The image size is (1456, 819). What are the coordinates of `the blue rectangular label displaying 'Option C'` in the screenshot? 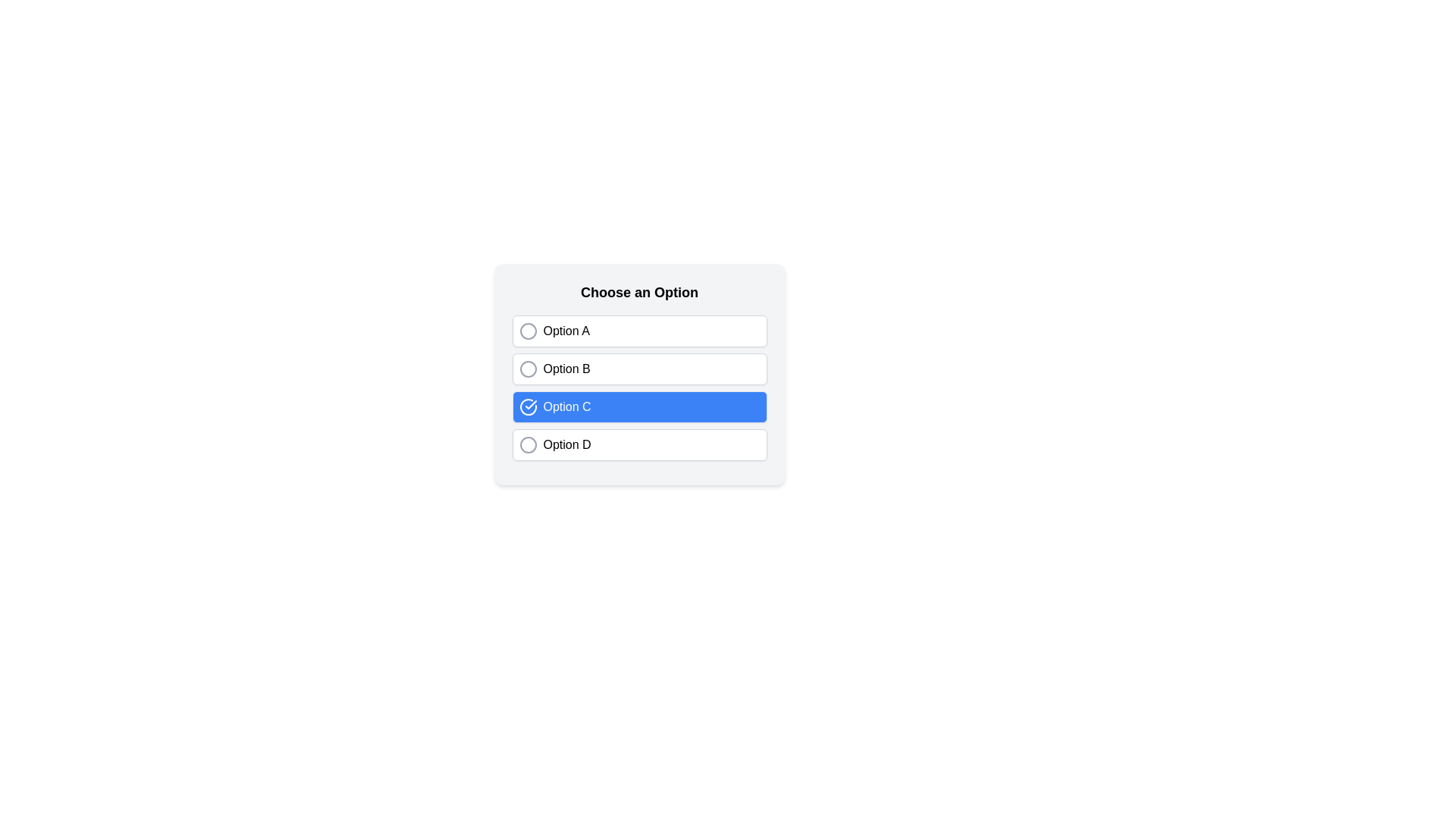 It's located at (566, 406).